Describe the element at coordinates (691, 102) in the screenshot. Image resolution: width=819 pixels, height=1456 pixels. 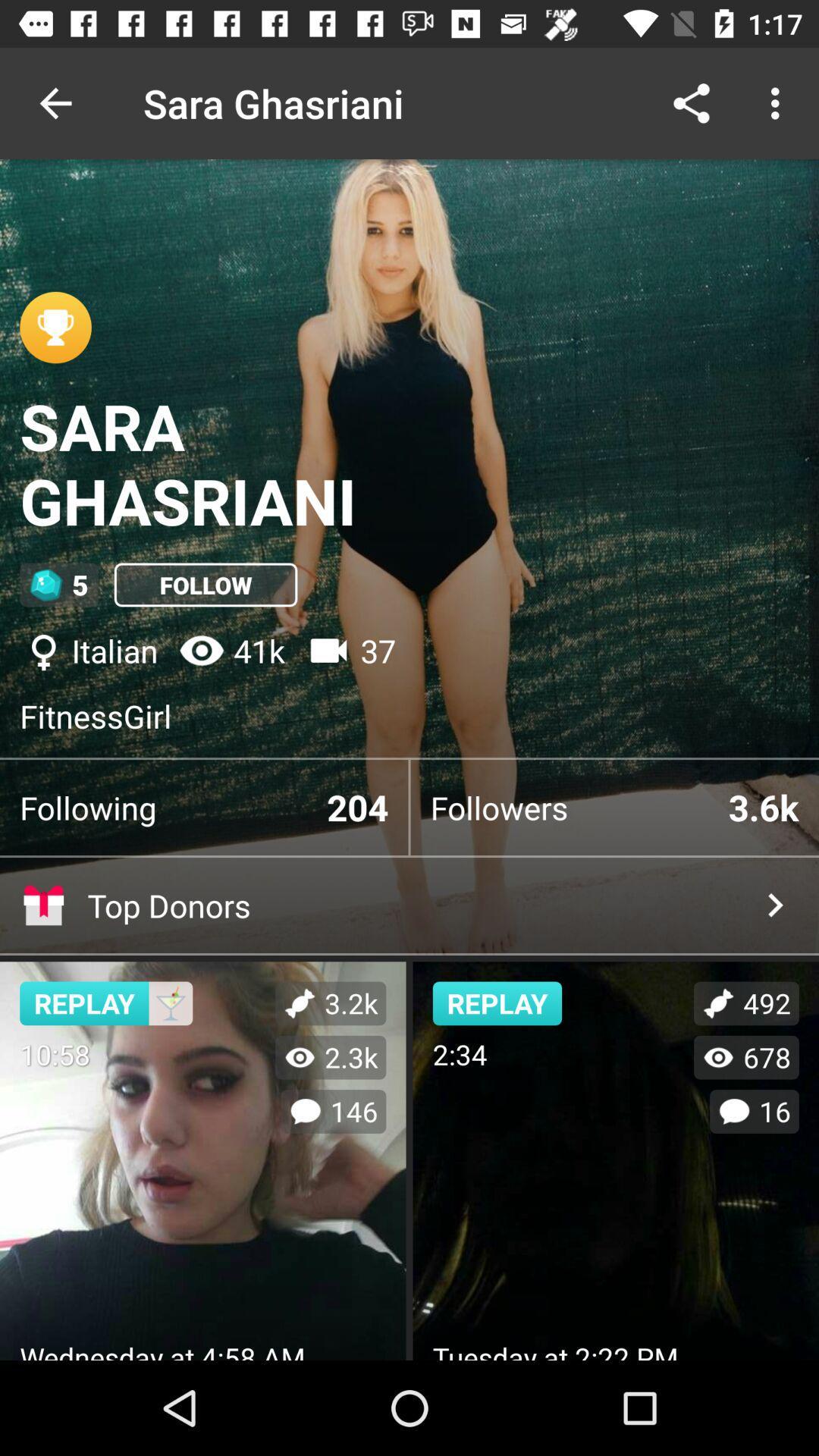
I see `icon to the right of the sara ghasriani icon` at that location.